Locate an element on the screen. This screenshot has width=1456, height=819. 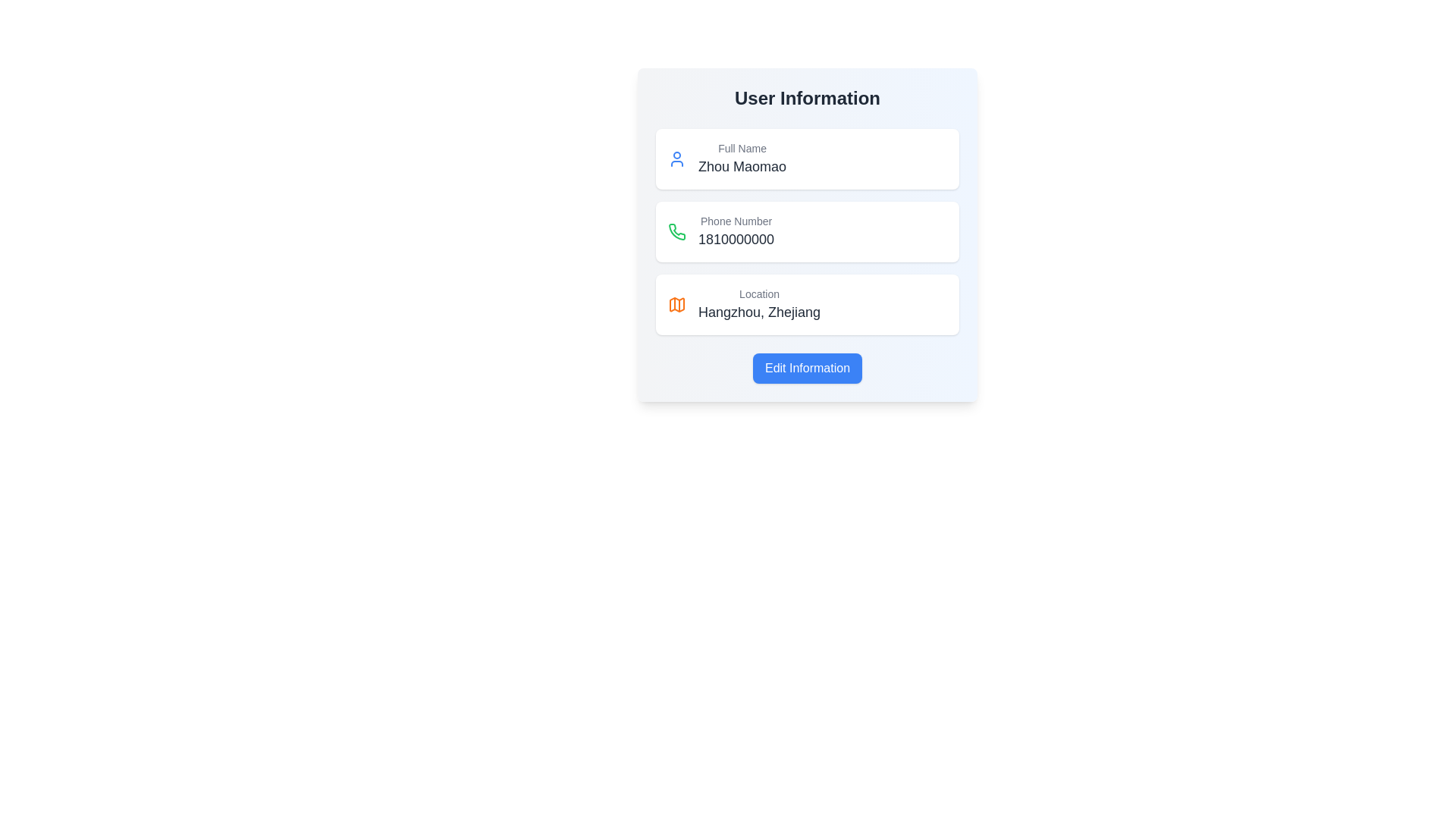
the Text Display element that shows the digits '1810000000' with a grayish background, located beneath the 'Phone Number' label is located at coordinates (736, 239).